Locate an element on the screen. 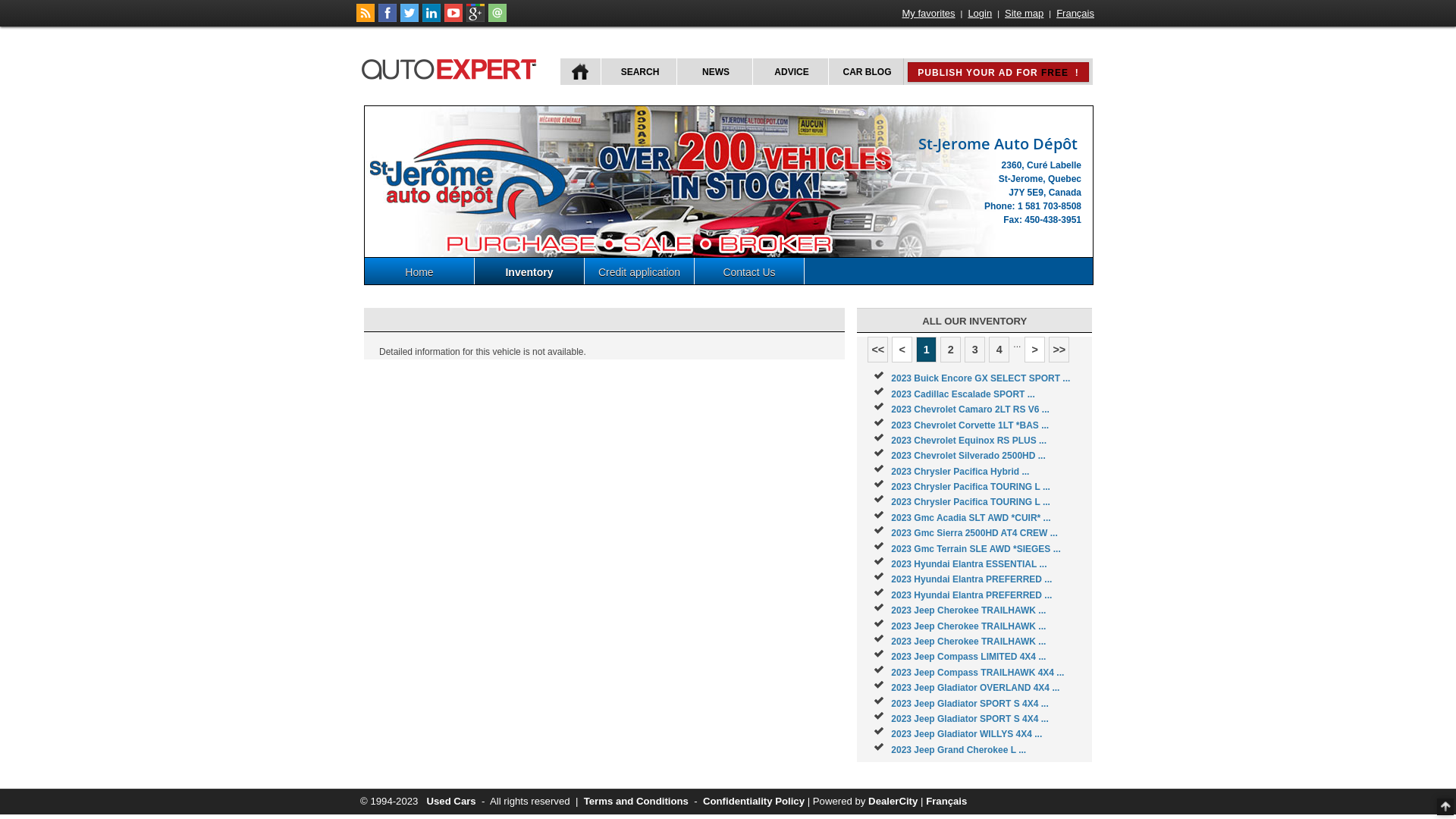 The image size is (1456, 819). '2023 Jeep Gladiator OVERLAND 4X4 ...' is located at coordinates (975, 687).